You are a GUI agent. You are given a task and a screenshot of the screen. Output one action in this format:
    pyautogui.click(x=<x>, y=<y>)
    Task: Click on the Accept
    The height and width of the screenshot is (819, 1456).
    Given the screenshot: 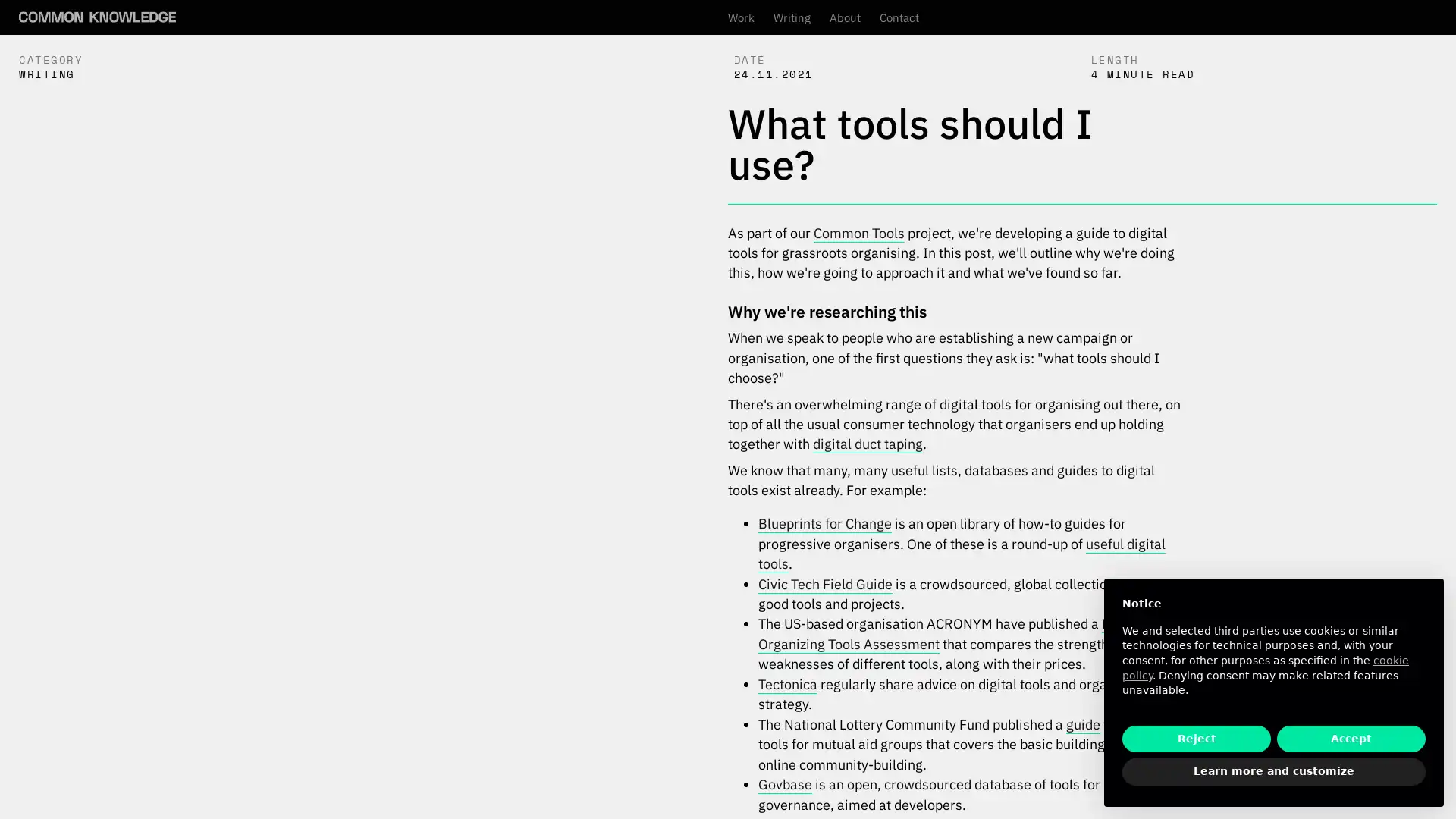 What is the action you would take?
    pyautogui.click(x=1351, y=738)
    